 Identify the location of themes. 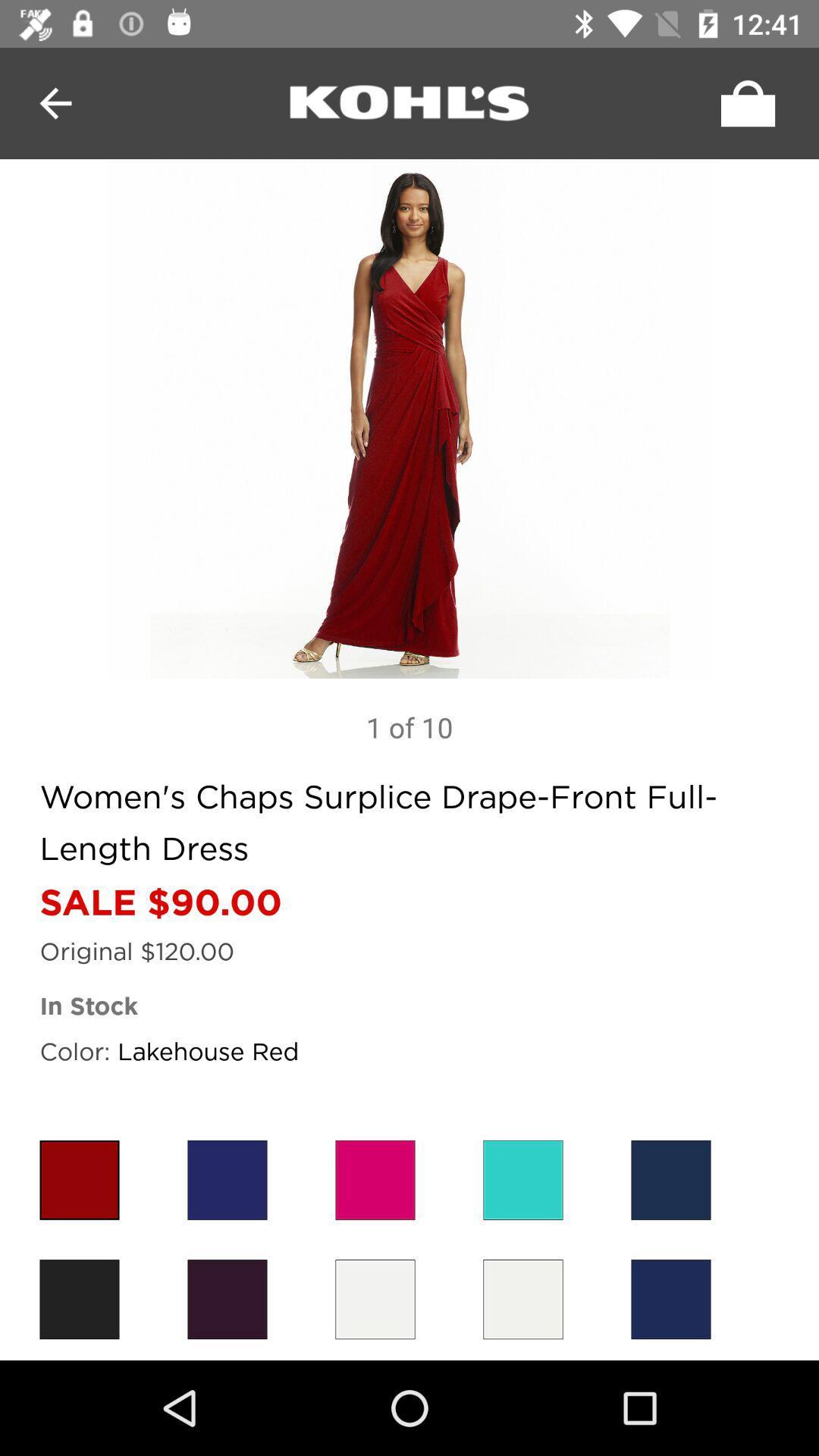
(670, 1179).